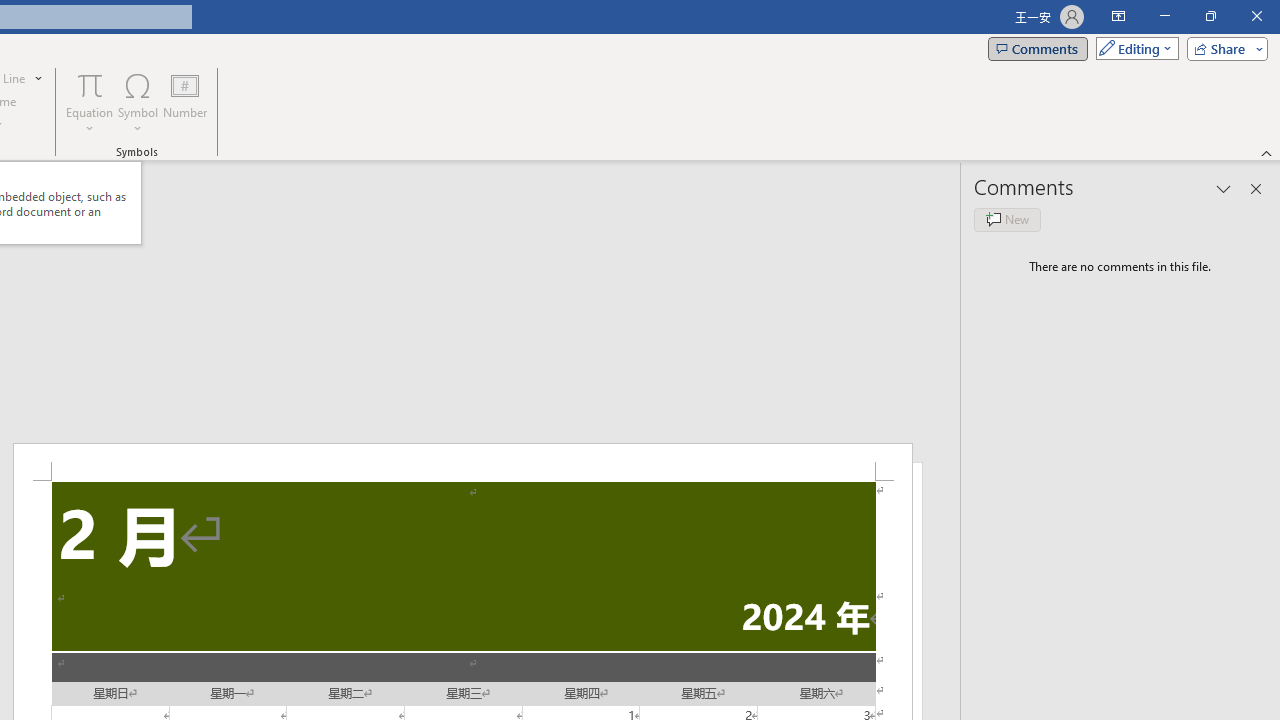 The width and height of the screenshot is (1280, 720). What do you see at coordinates (185, 103) in the screenshot?
I see `'Number...'` at bounding box center [185, 103].